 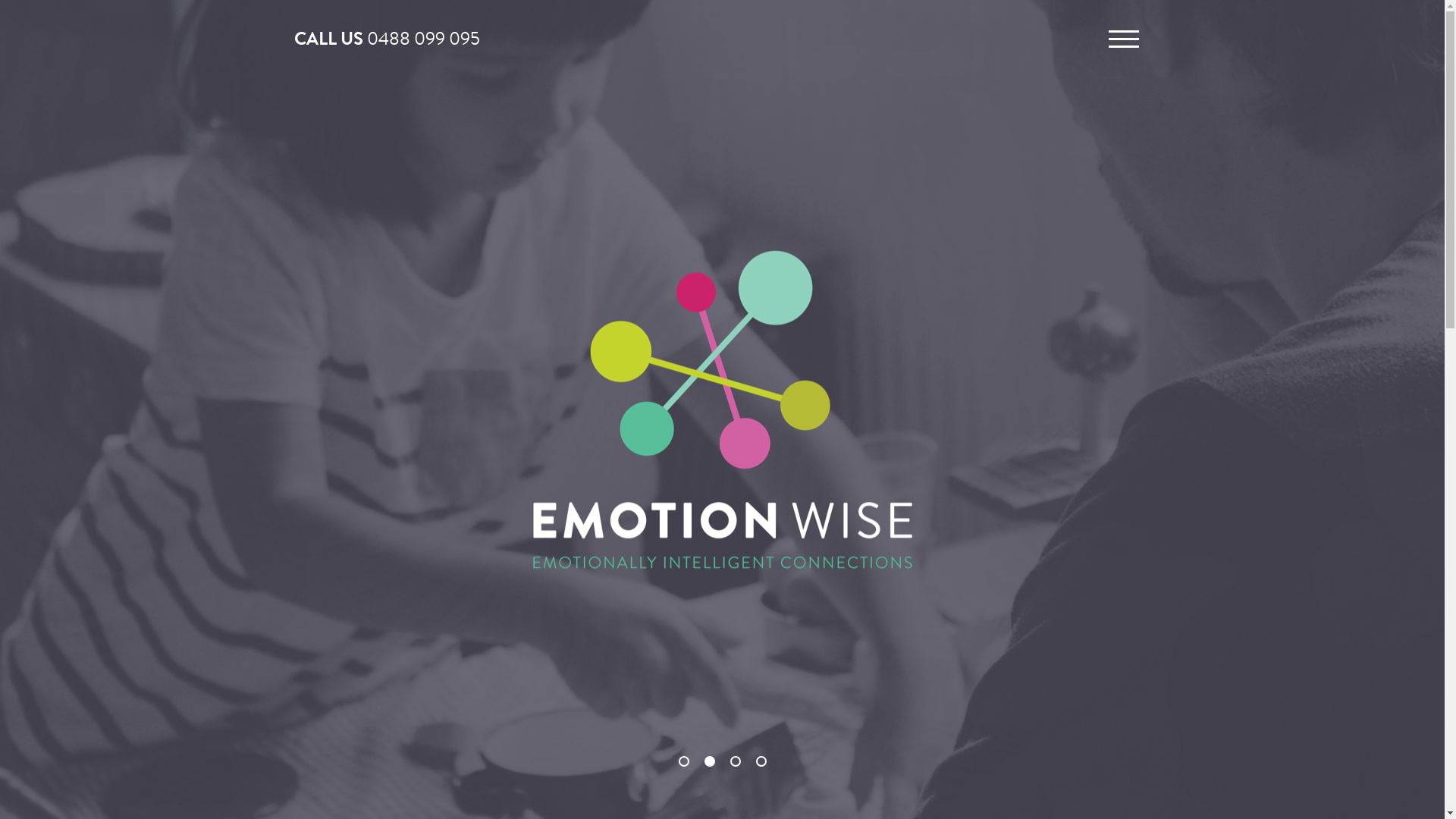 I want to click on 'Emotionally Intelligent Connections', so click(x=720, y=406).